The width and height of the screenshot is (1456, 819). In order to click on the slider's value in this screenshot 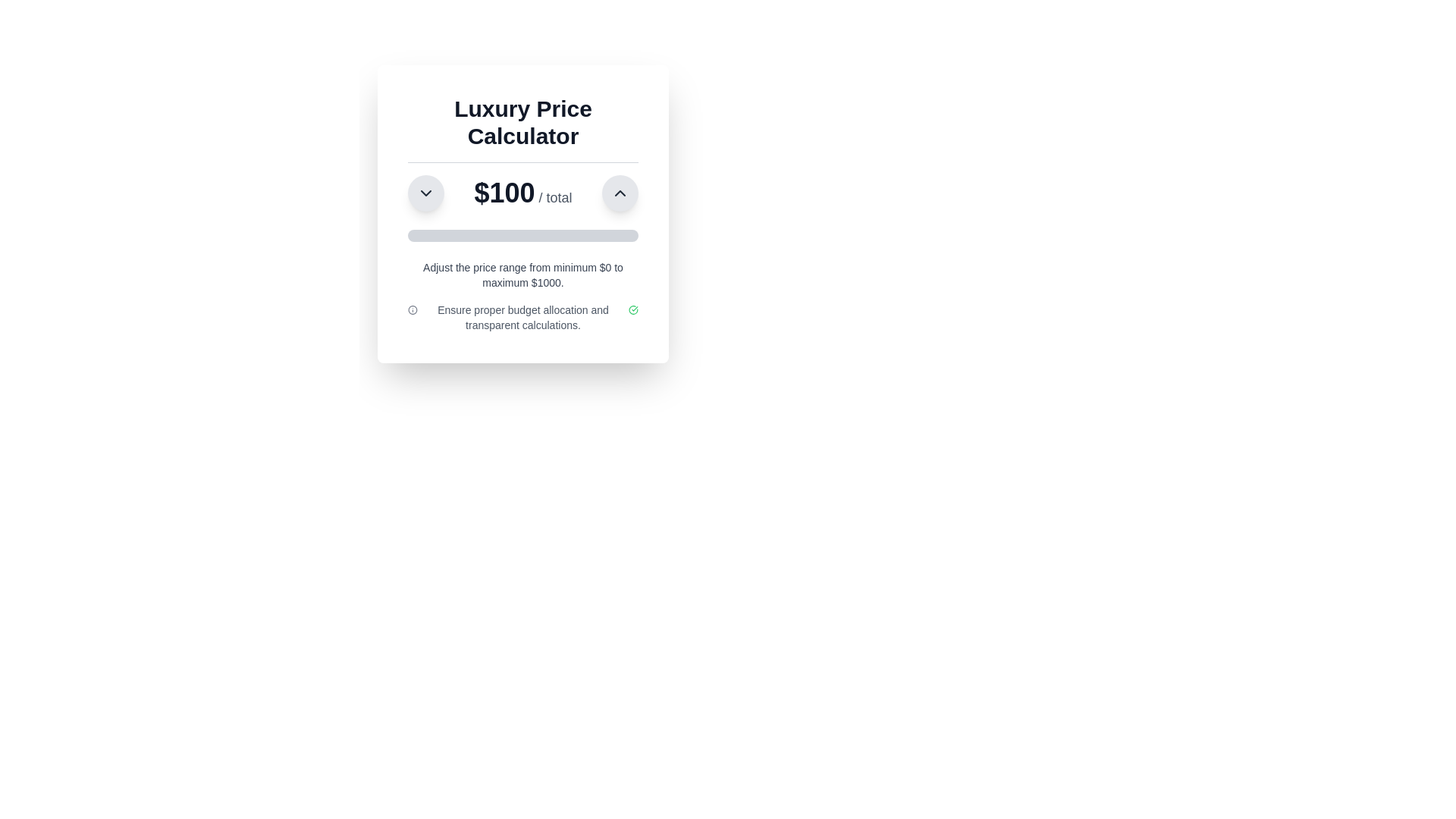, I will do `click(425, 236)`.